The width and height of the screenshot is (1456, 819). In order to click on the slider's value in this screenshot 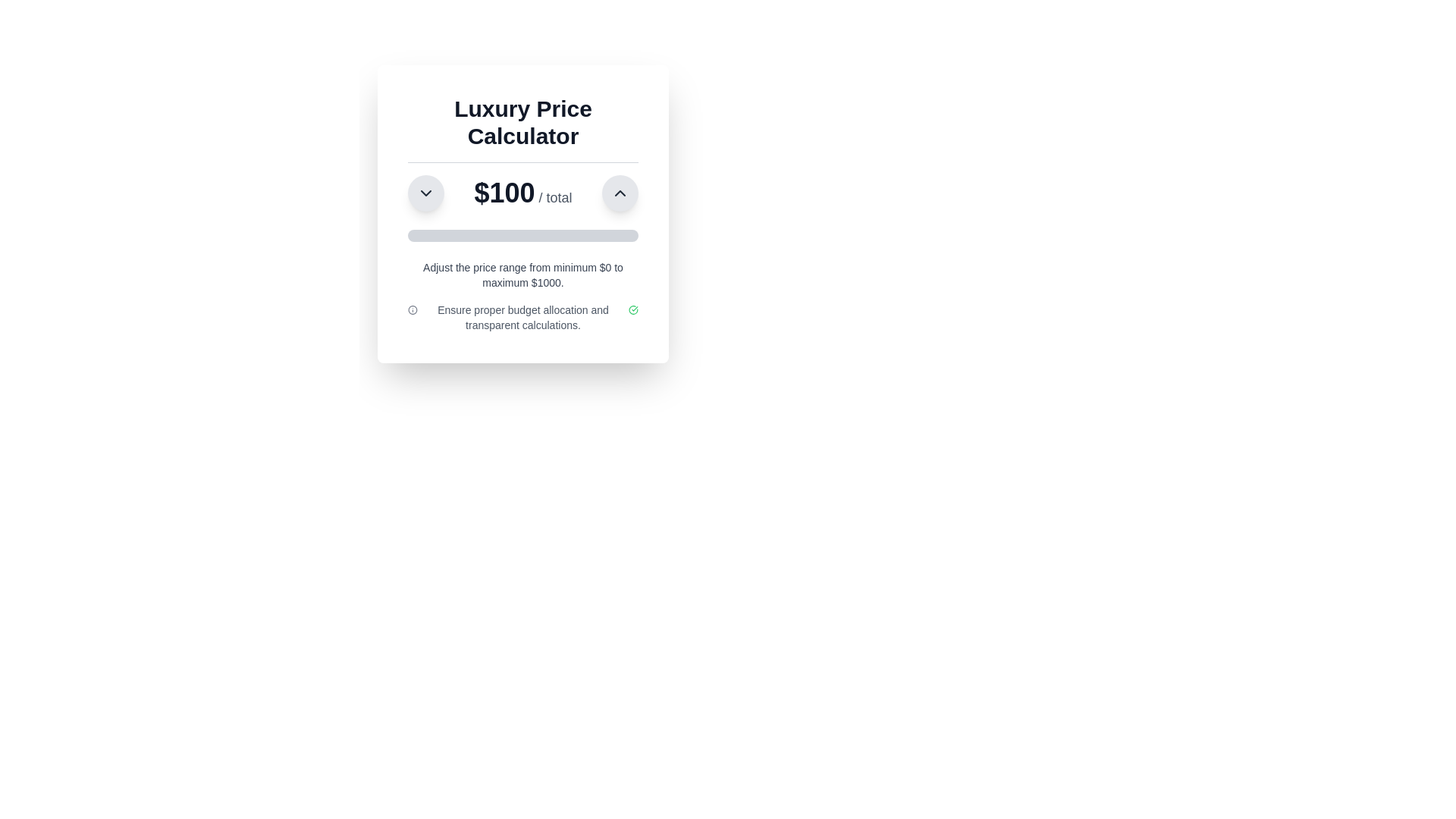, I will do `click(425, 236)`.